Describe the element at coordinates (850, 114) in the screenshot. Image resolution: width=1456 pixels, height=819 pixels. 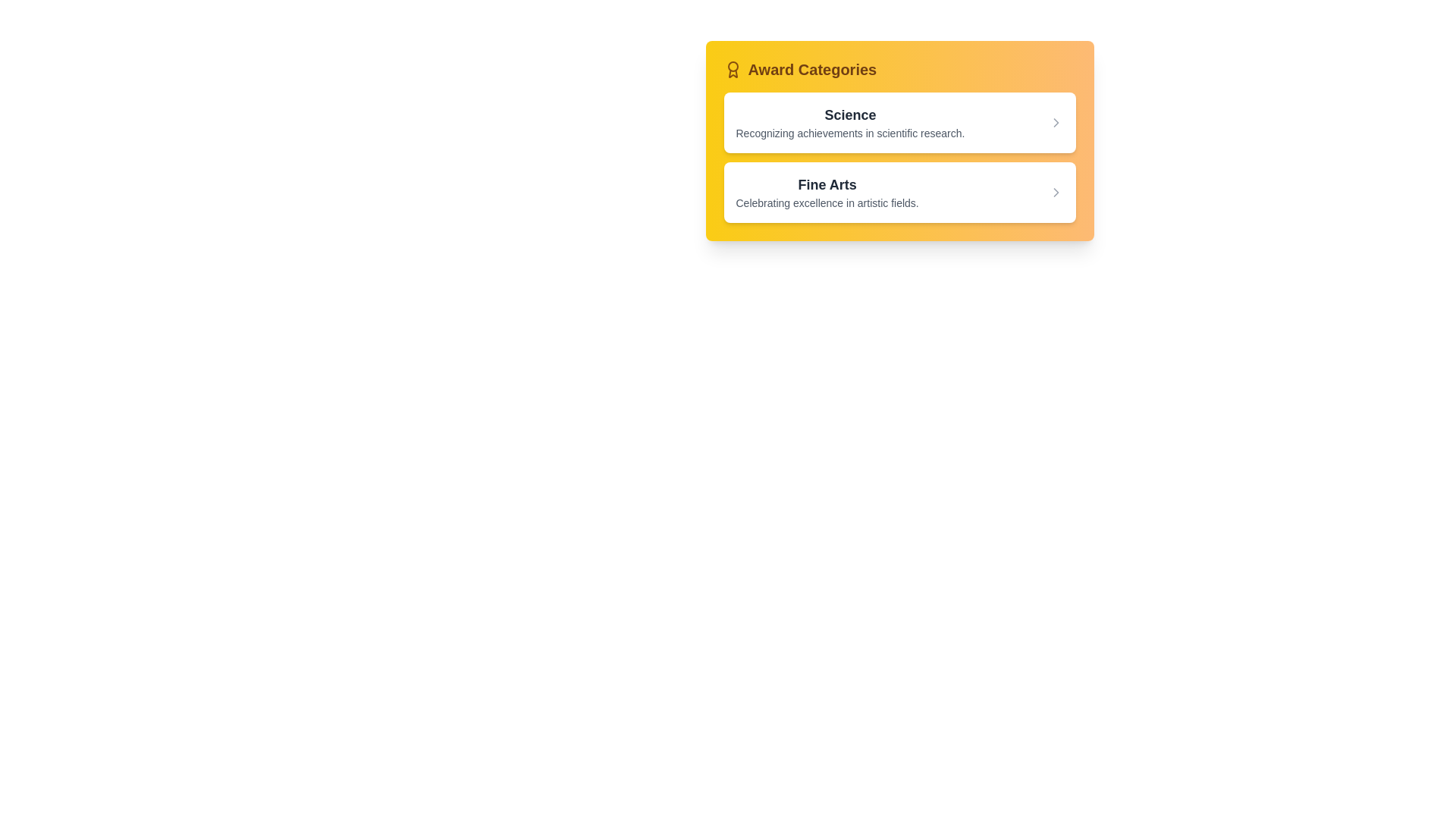
I see `prominently styled text displaying the word 'Science' in a bold and large font, which serves as the title for a section describing achievements in scientific research` at that location.